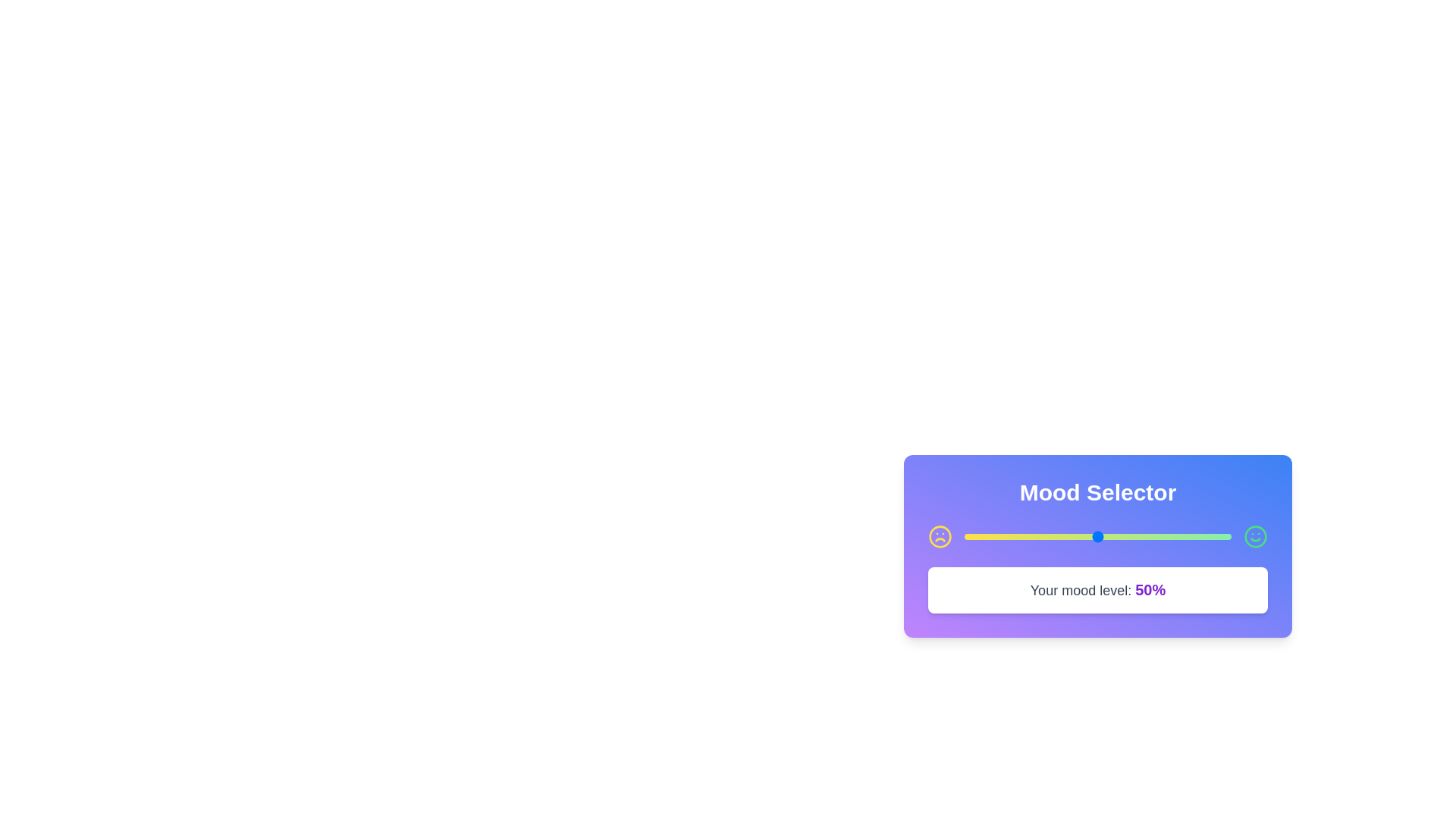 The width and height of the screenshot is (1456, 819). Describe the element at coordinates (1196, 536) in the screenshot. I see `the mood slider to set the mood value to 87` at that location.